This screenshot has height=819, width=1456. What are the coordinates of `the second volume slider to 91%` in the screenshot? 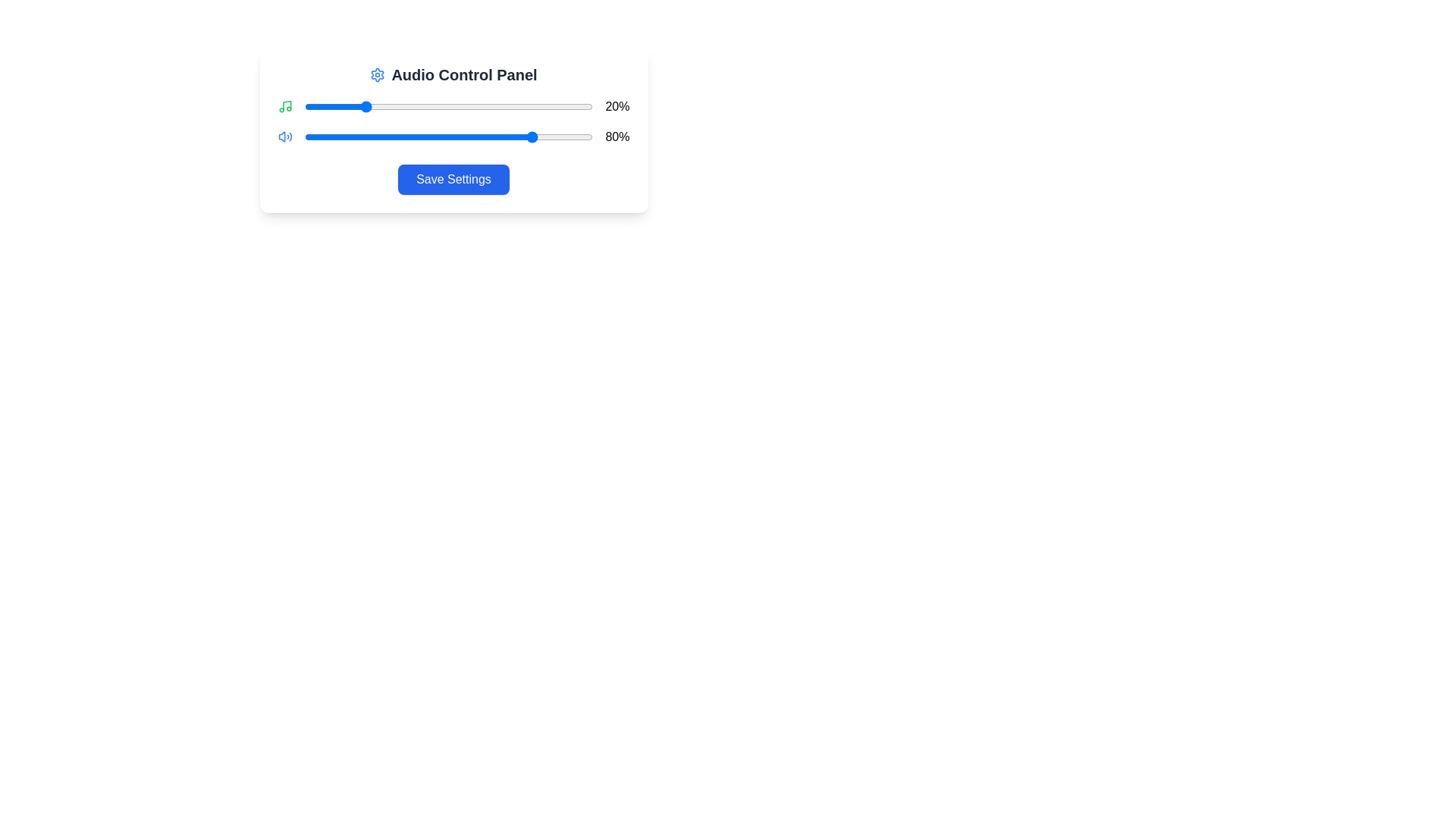 It's located at (566, 137).